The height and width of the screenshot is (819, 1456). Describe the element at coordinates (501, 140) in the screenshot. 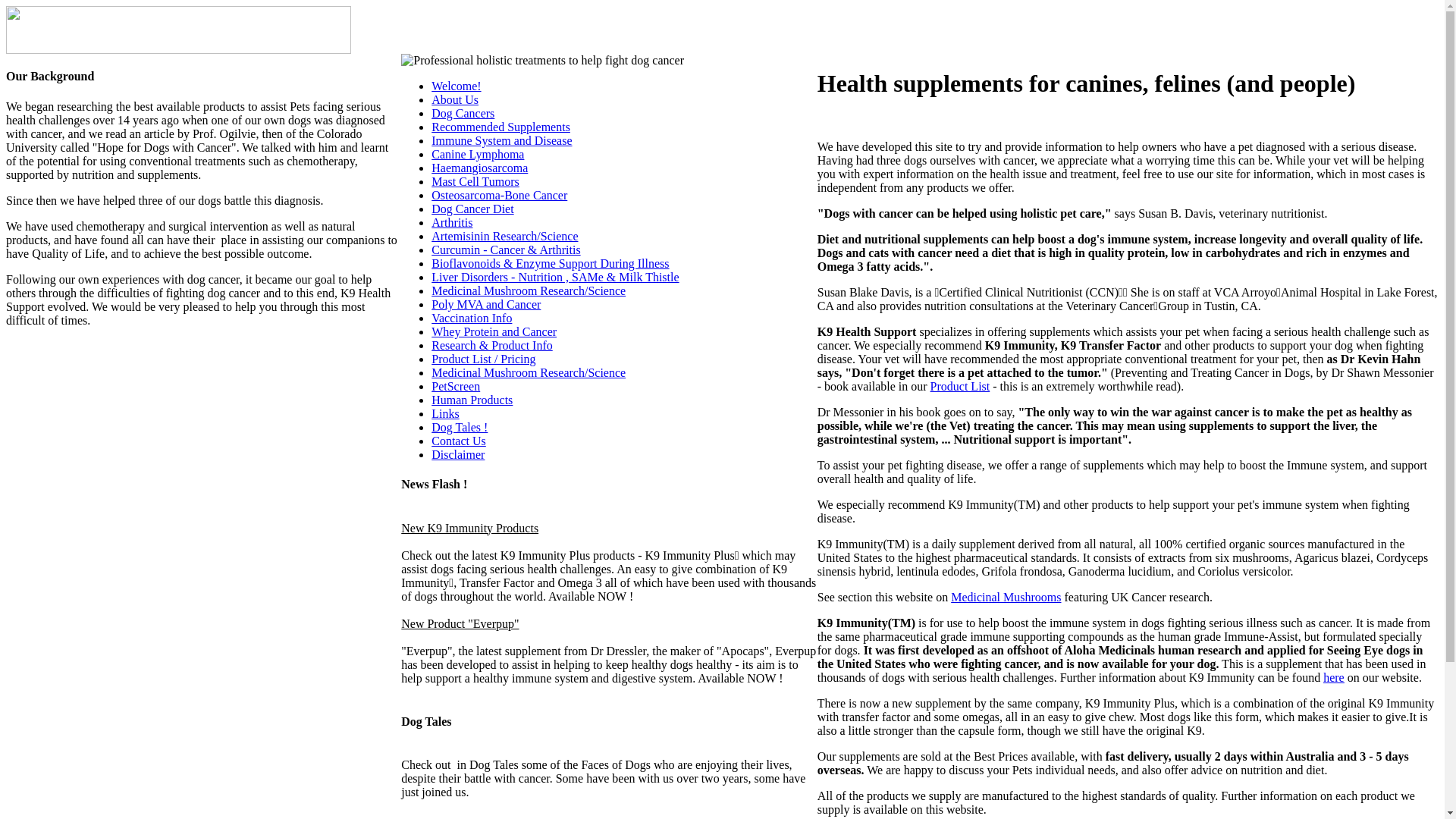

I see `'Immune System and Disease'` at that location.